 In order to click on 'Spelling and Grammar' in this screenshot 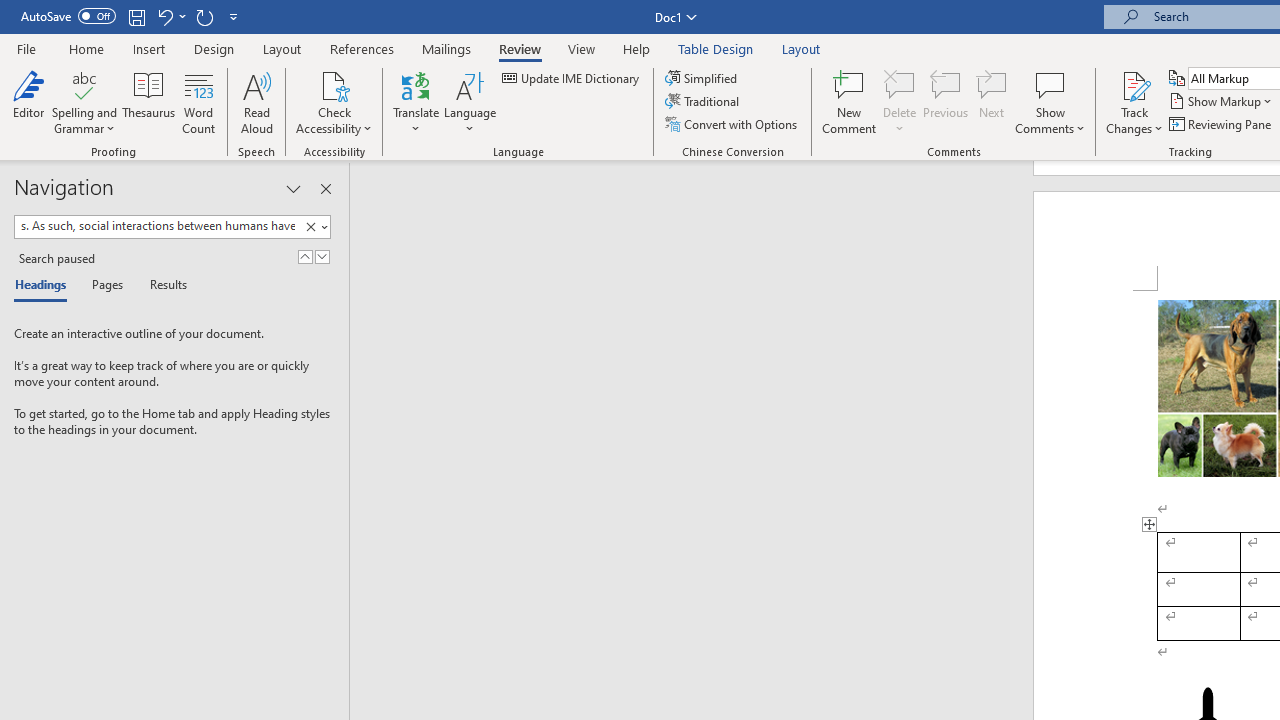, I will do `click(84, 103)`.